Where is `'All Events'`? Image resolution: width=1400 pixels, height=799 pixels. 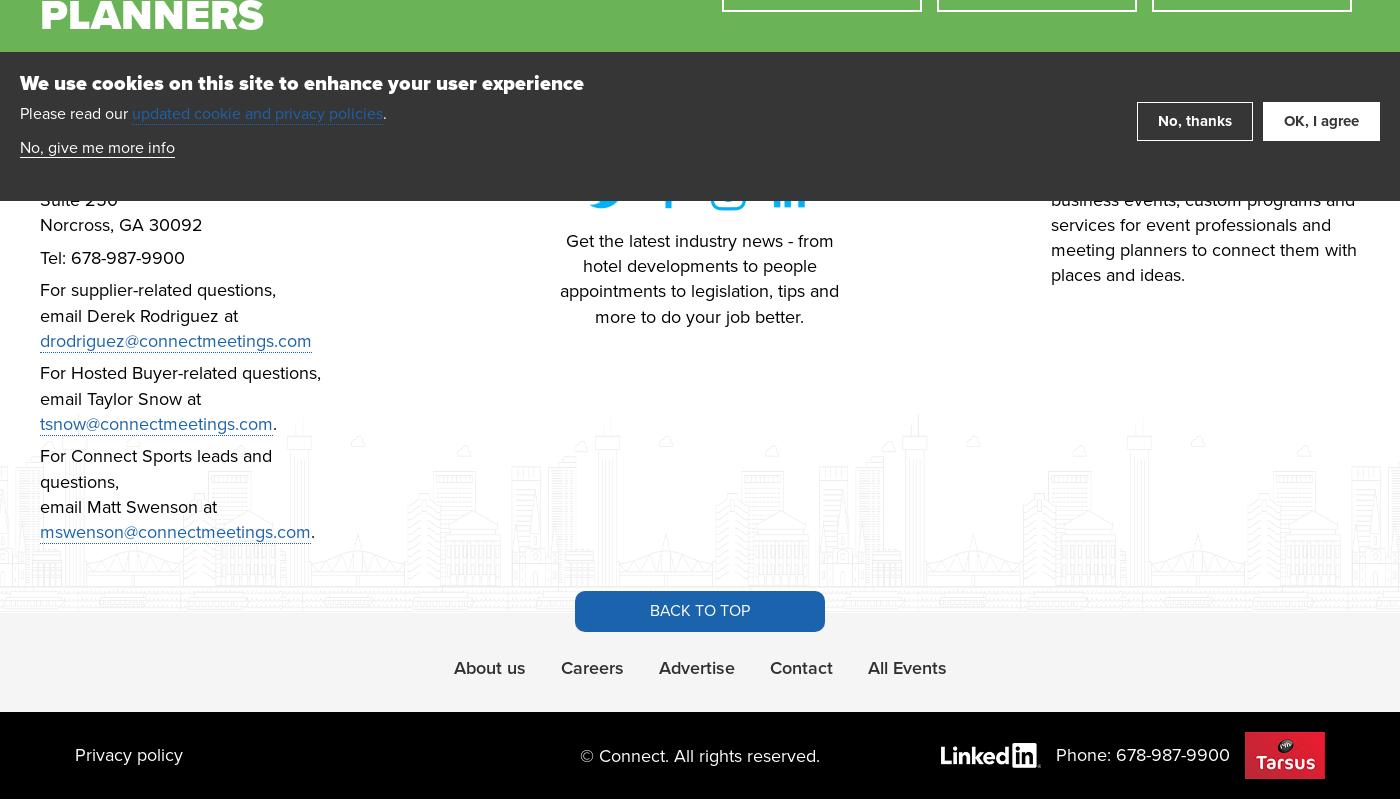
'All Events' is located at coordinates (867, 666).